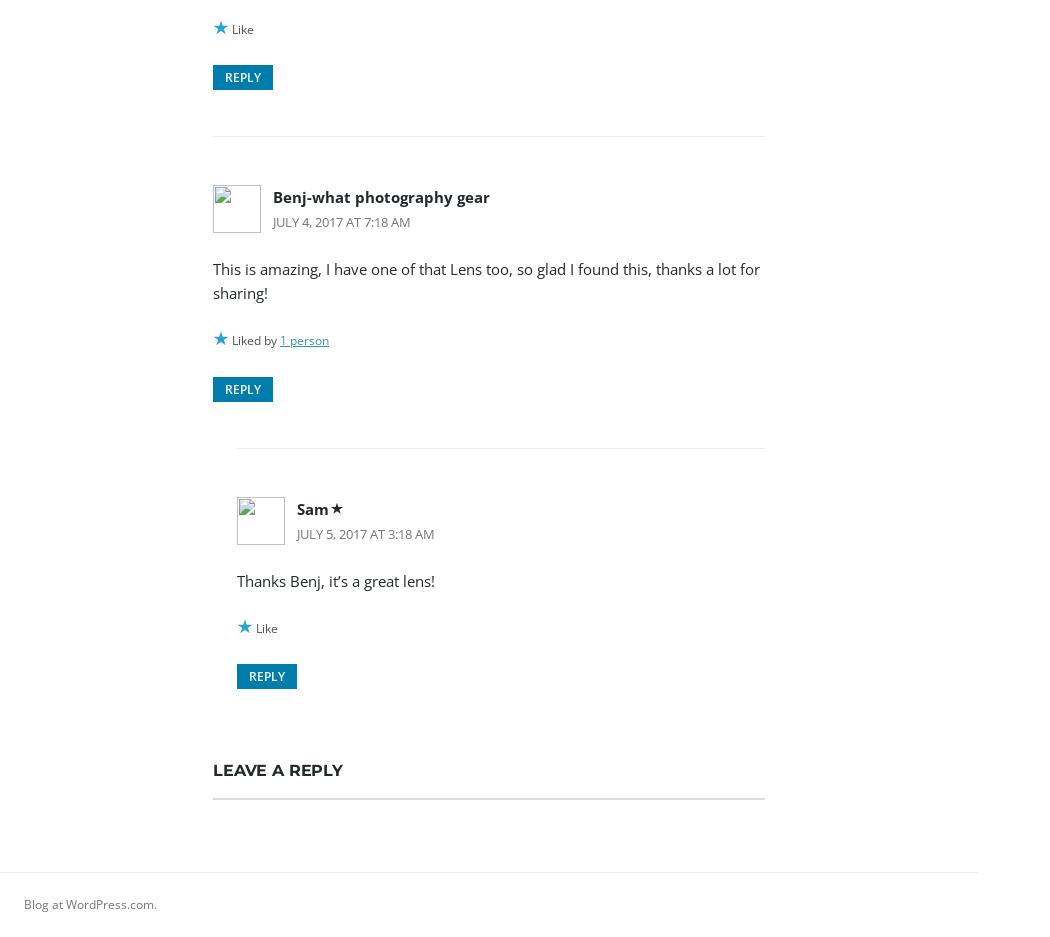 The height and width of the screenshot is (937, 1050). Describe the element at coordinates (365, 531) in the screenshot. I see `'July 5, 2017 at 3:18 am'` at that location.